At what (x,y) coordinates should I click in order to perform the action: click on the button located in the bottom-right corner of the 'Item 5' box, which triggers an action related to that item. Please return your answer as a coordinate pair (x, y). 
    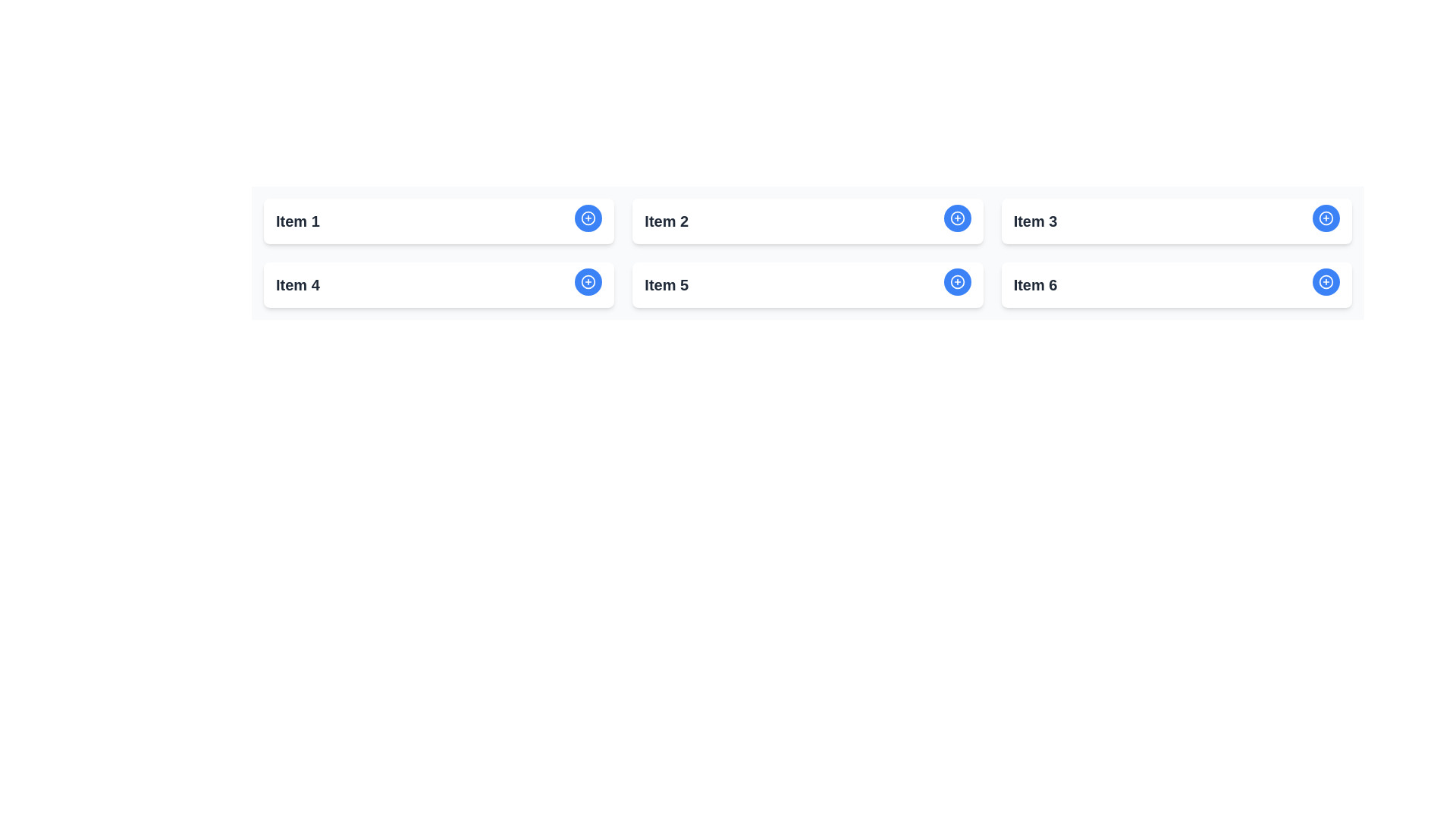
    Looking at the image, I should click on (956, 281).